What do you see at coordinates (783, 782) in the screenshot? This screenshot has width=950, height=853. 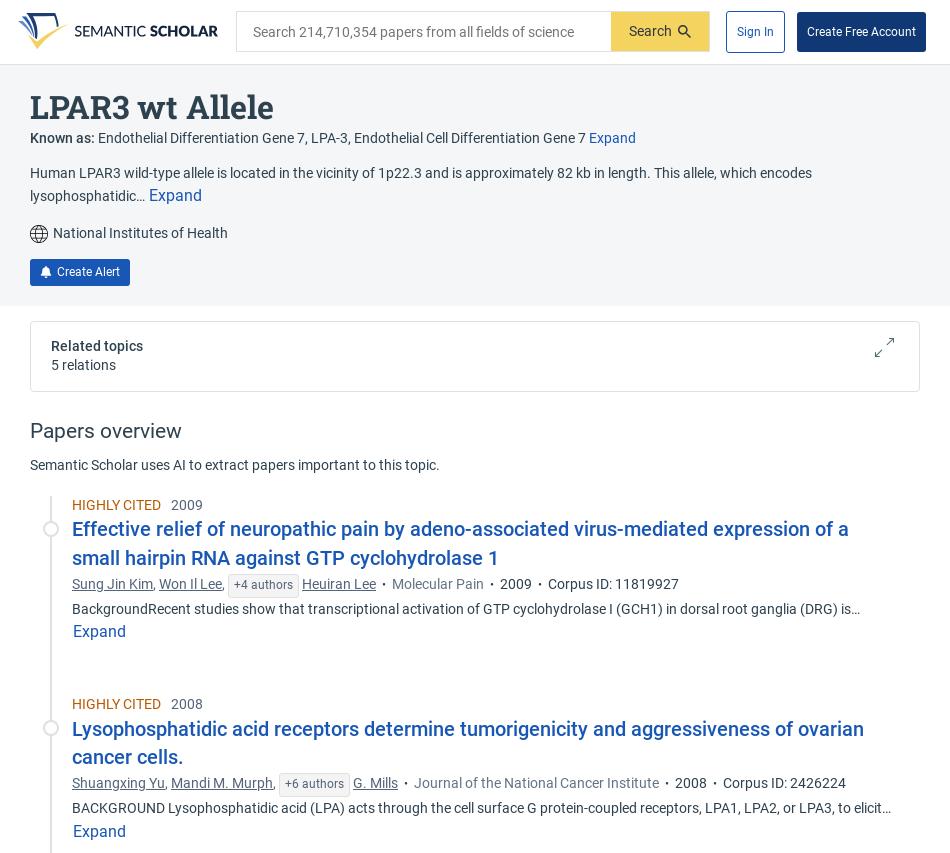 I see `'Corpus ID: 2426224'` at bounding box center [783, 782].